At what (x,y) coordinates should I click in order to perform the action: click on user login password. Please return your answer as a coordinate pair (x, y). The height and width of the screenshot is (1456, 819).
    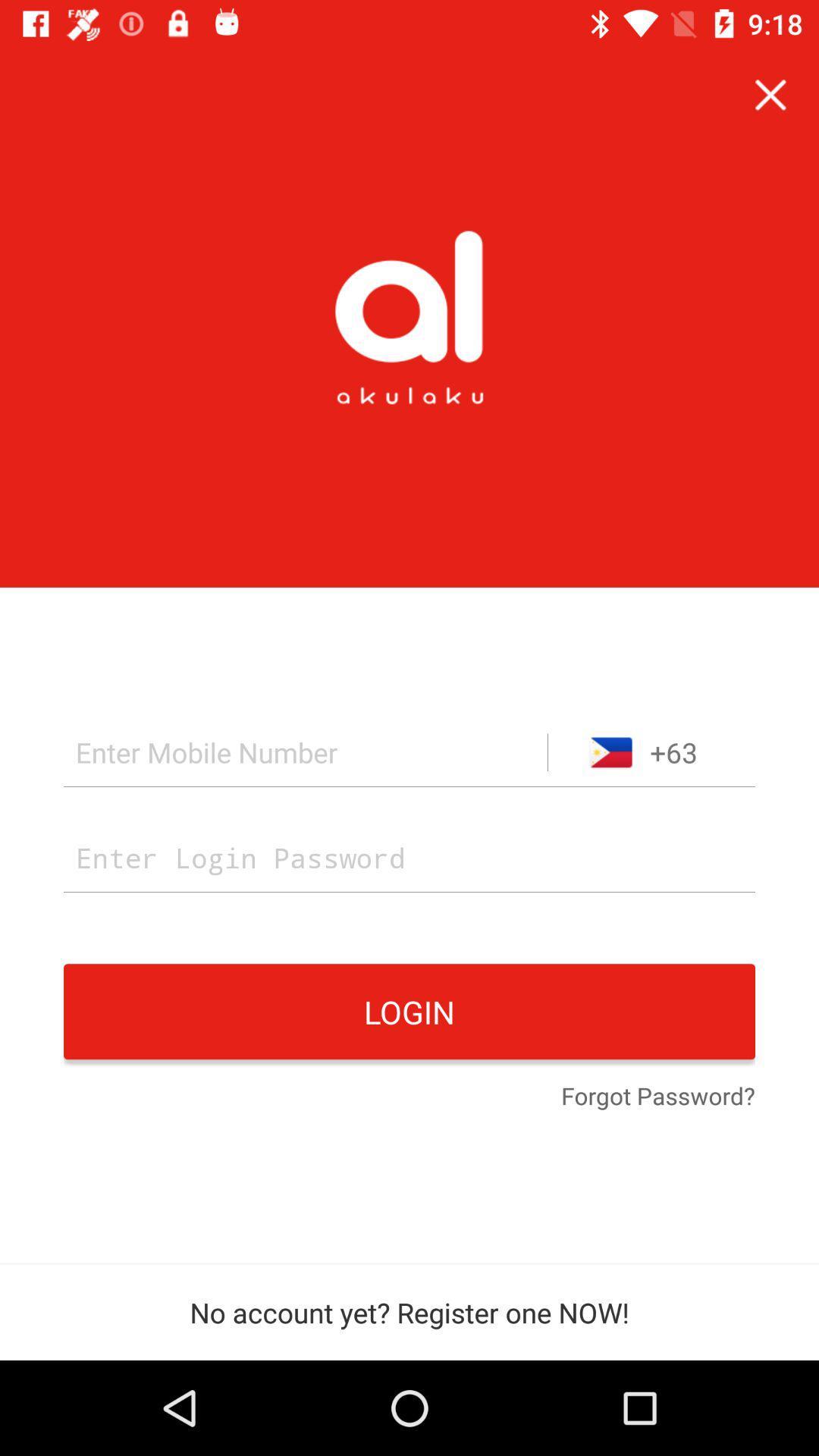
    Looking at the image, I should click on (409, 858).